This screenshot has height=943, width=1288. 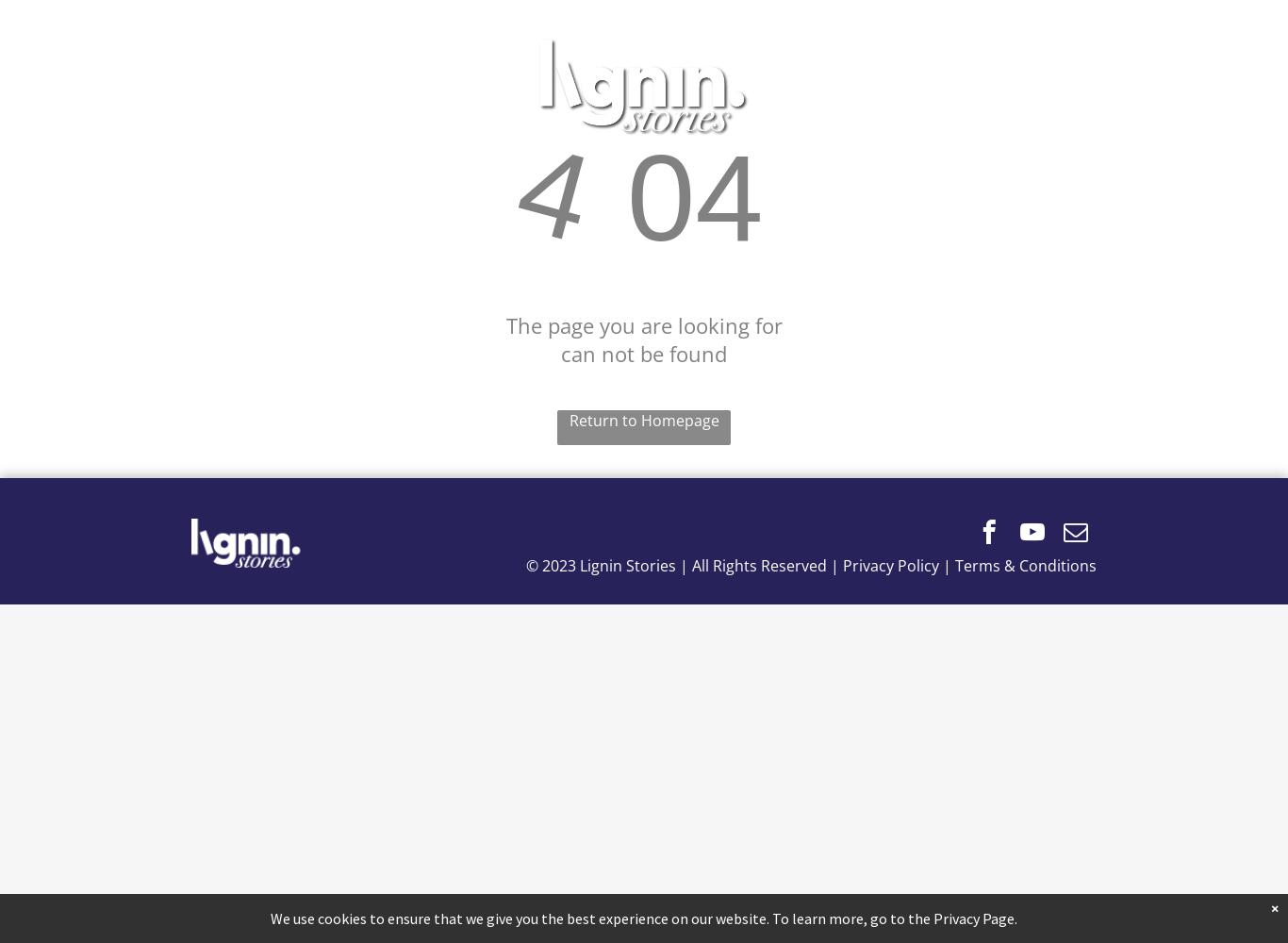 What do you see at coordinates (901, 86) in the screenshot?
I see `'COACHING'` at bounding box center [901, 86].